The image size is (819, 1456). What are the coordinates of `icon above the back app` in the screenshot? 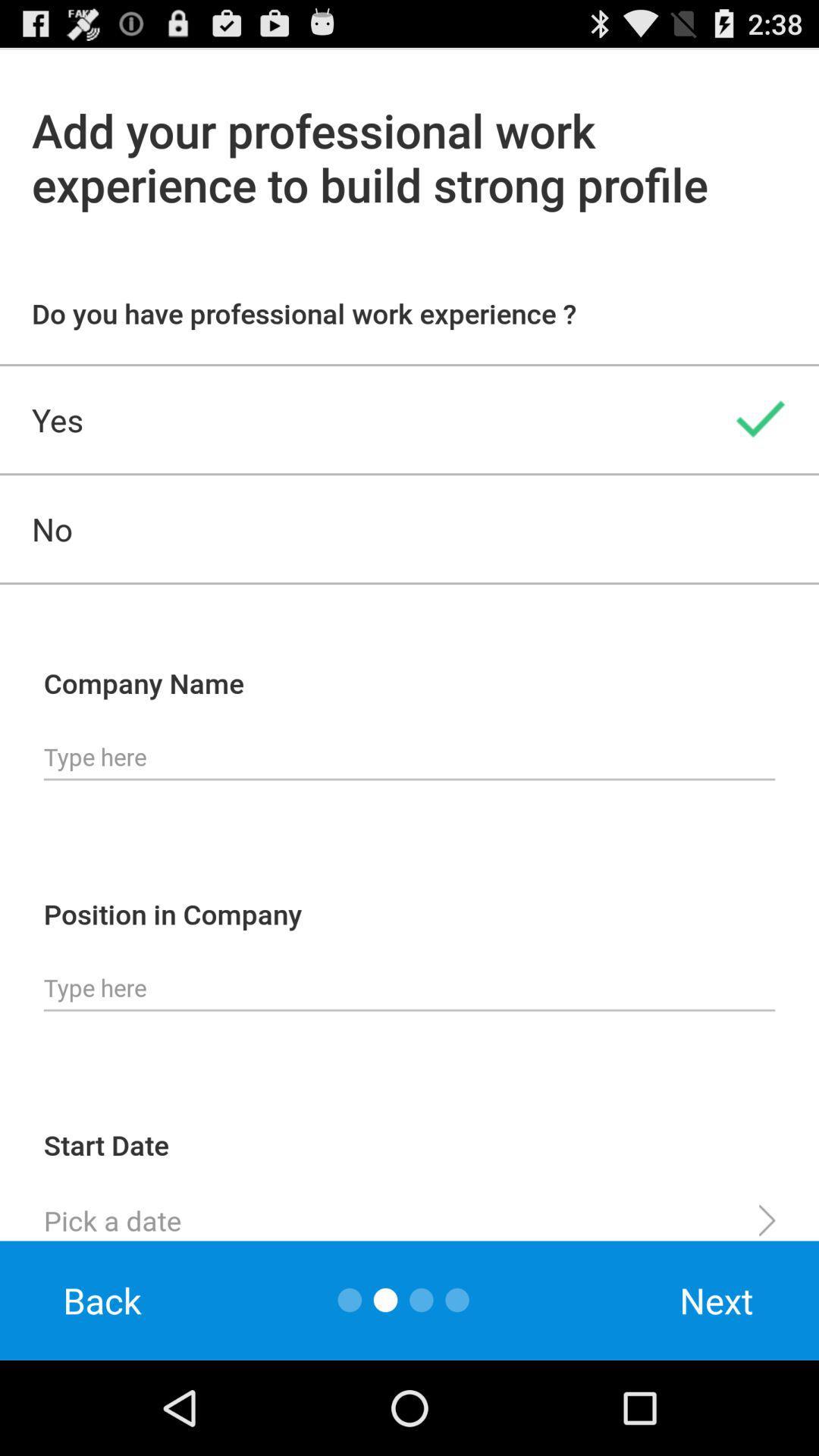 It's located at (409, 1214).